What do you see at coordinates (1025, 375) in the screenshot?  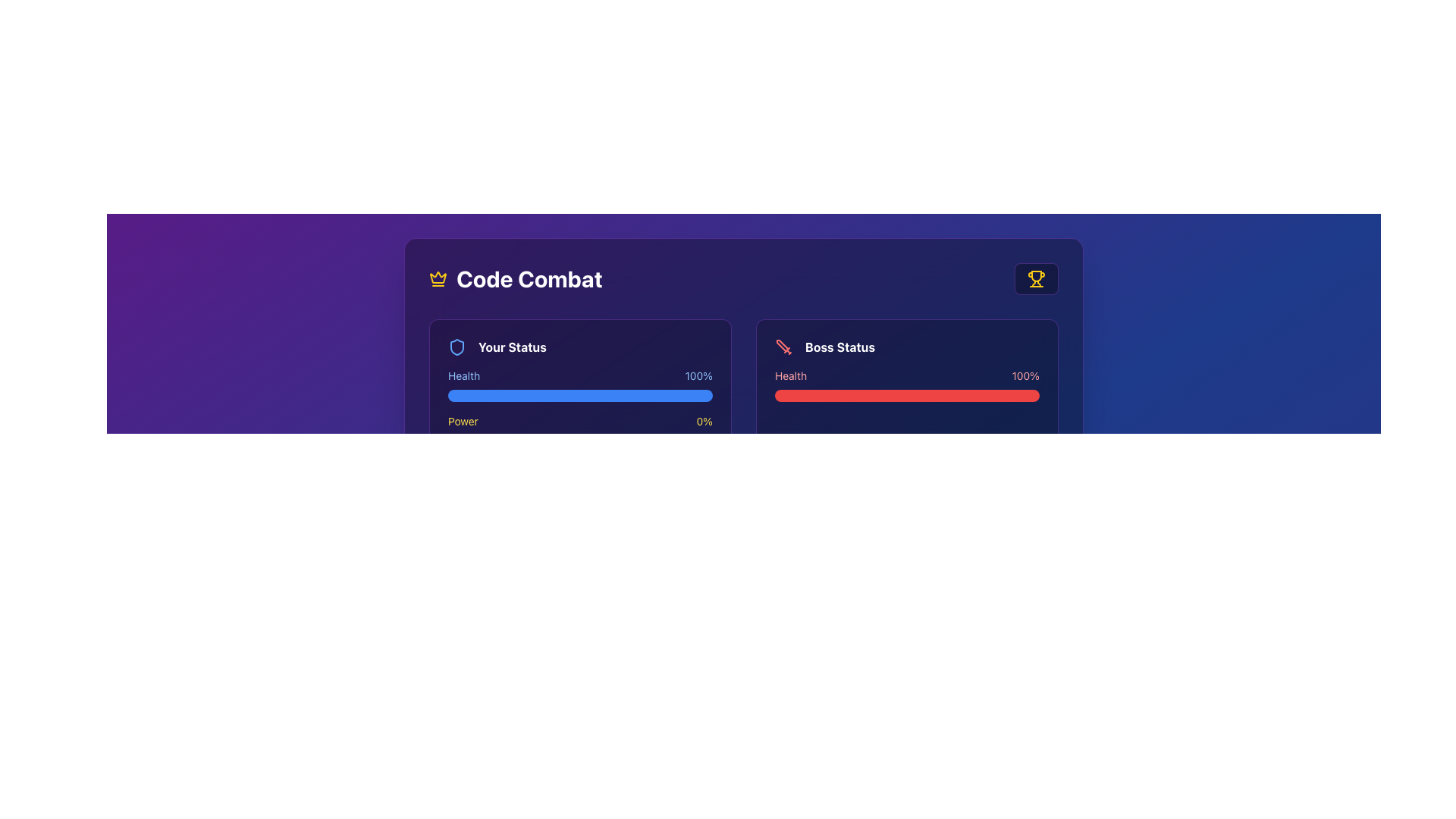 I see `the text label displaying '100%' in red font color, which indicates health status and is located in the 'Boss Status' panel above the red health progress bar` at bounding box center [1025, 375].